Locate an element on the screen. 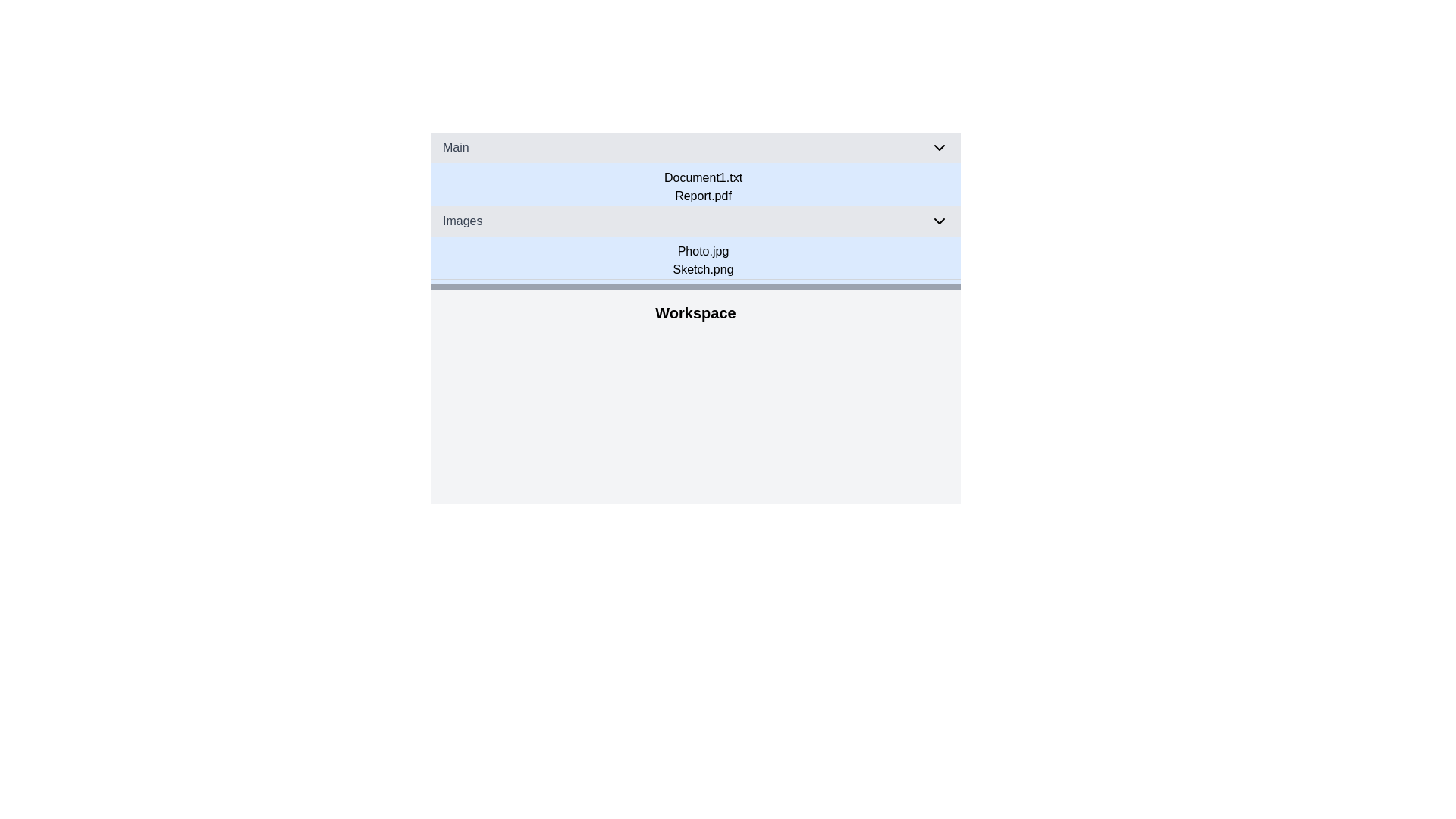 The width and height of the screenshot is (1456, 819). the Resize handle located just below 'Photo.jpg' and 'Sketch.png' is located at coordinates (695, 287).